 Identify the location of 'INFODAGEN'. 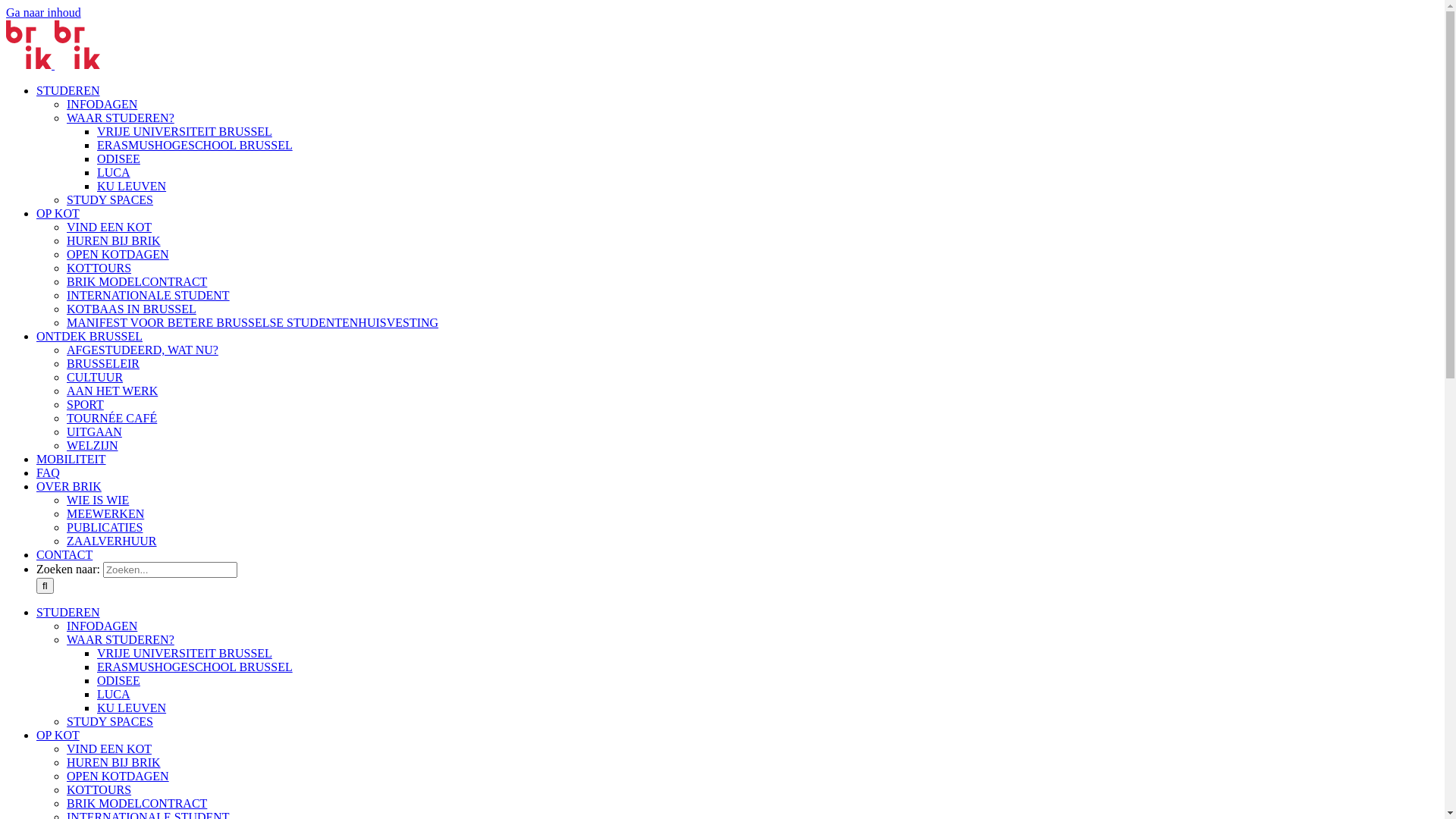
(101, 103).